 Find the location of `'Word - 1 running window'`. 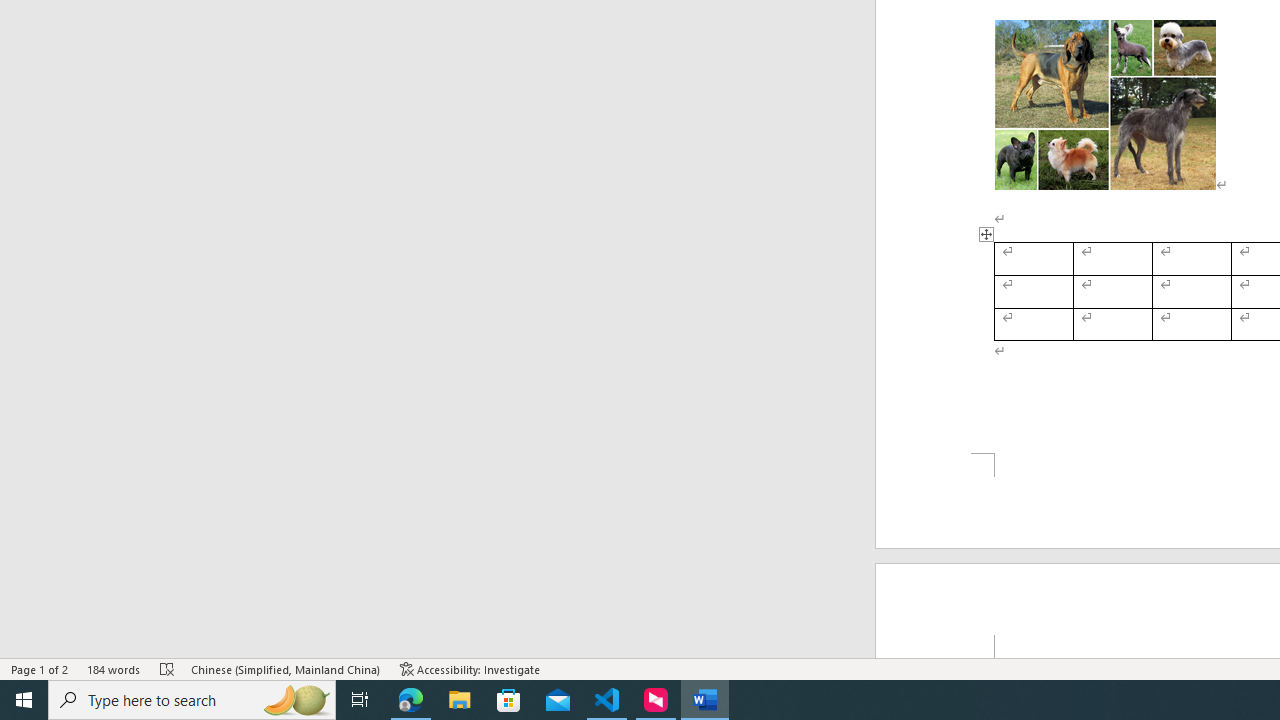

'Word - 1 running window' is located at coordinates (705, 698).